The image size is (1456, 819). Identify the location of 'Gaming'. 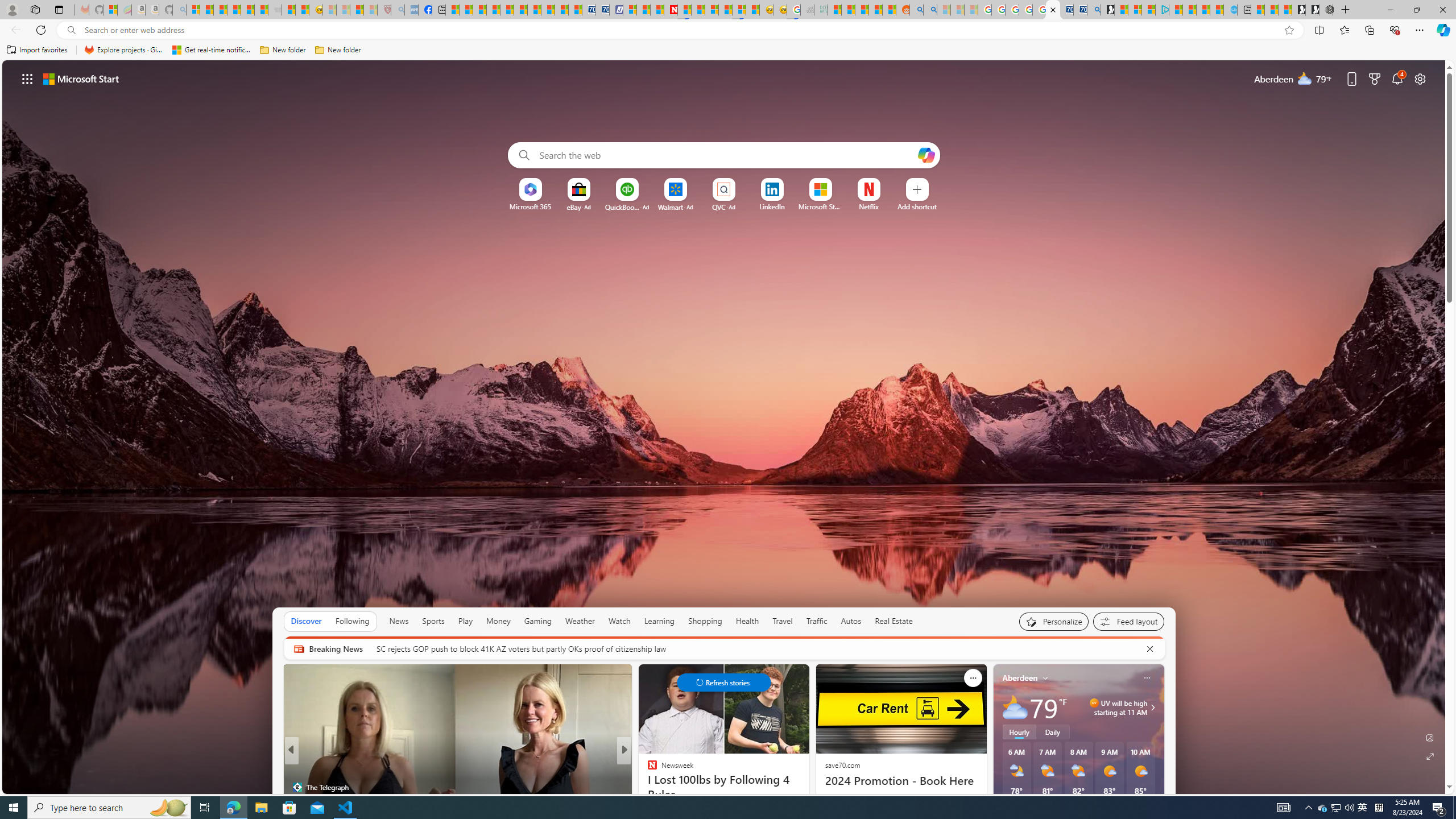
(537, 621).